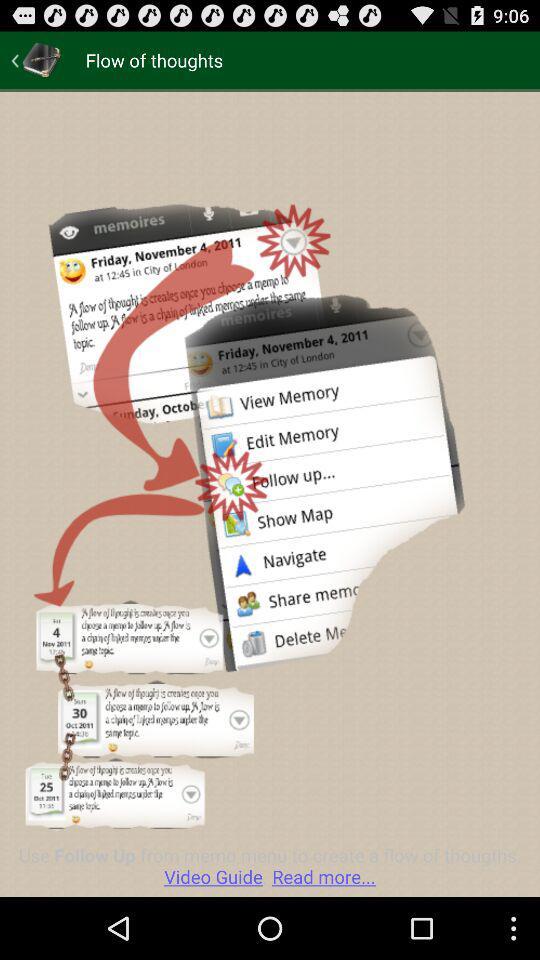 Image resolution: width=540 pixels, height=960 pixels. What do you see at coordinates (36, 59) in the screenshot?
I see `the icon at the top left corner` at bounding box center [36, 59].